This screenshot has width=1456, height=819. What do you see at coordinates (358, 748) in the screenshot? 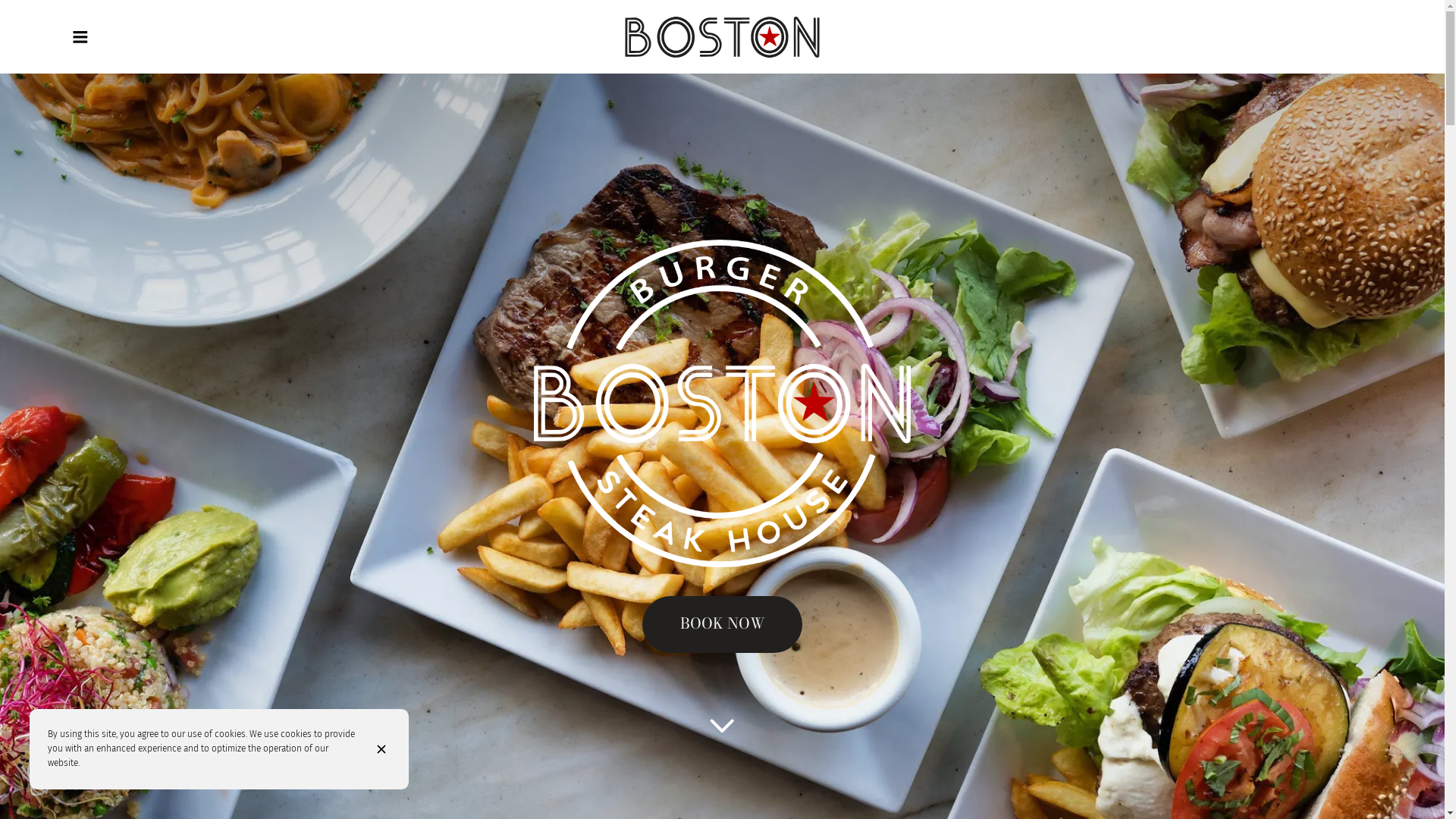
I see `'Close the cookie information banner'` at bounding box center [358, 748].